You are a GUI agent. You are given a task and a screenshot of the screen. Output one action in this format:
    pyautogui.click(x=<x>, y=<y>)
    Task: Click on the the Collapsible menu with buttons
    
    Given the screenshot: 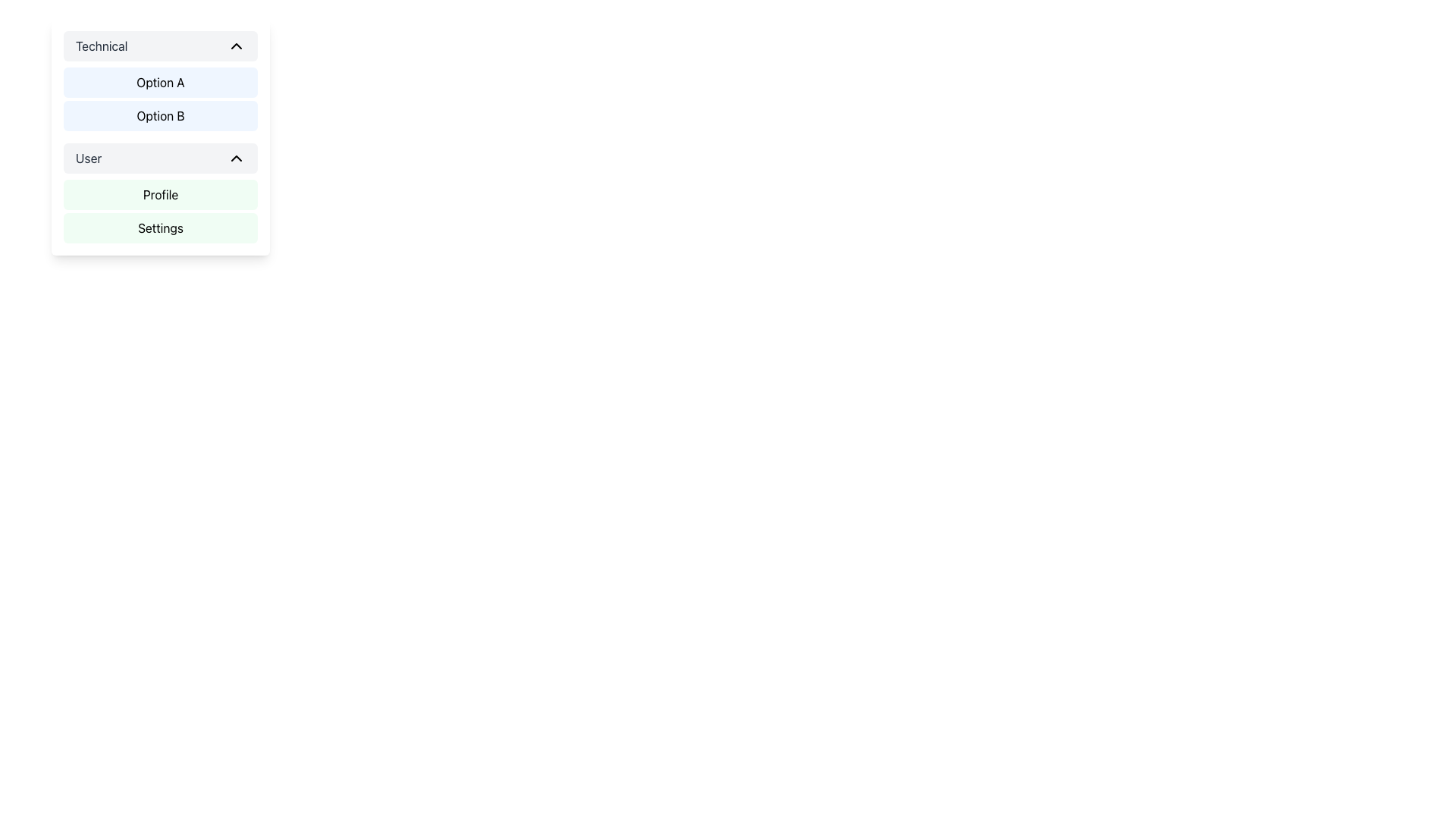 What is the action you would take?
    pyautogui.click(x=160, y=137)
    